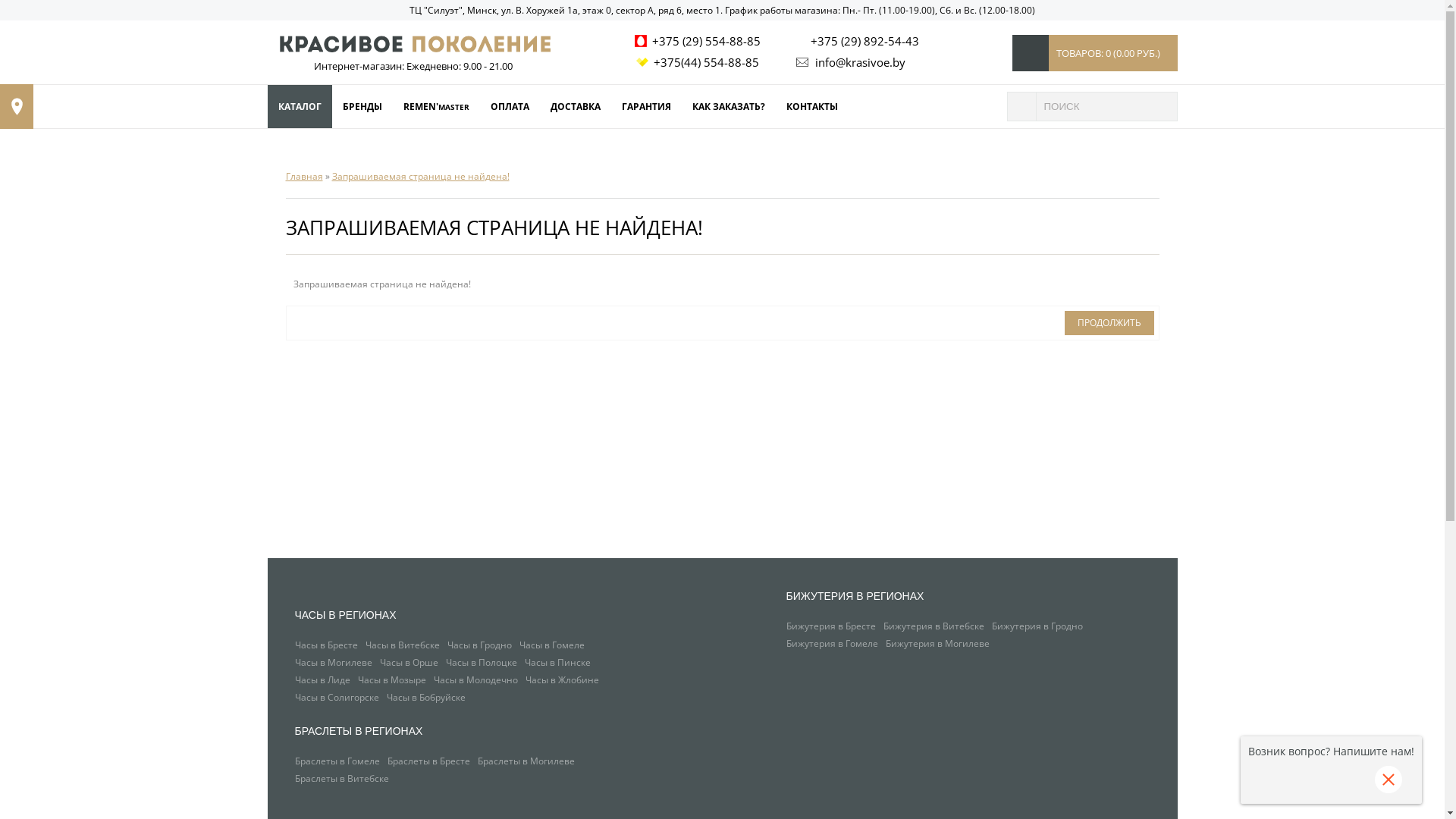 This screenshot has width=1456, height=819. I want to click on '+375 (29) 892-54-43', so click(855, 40).